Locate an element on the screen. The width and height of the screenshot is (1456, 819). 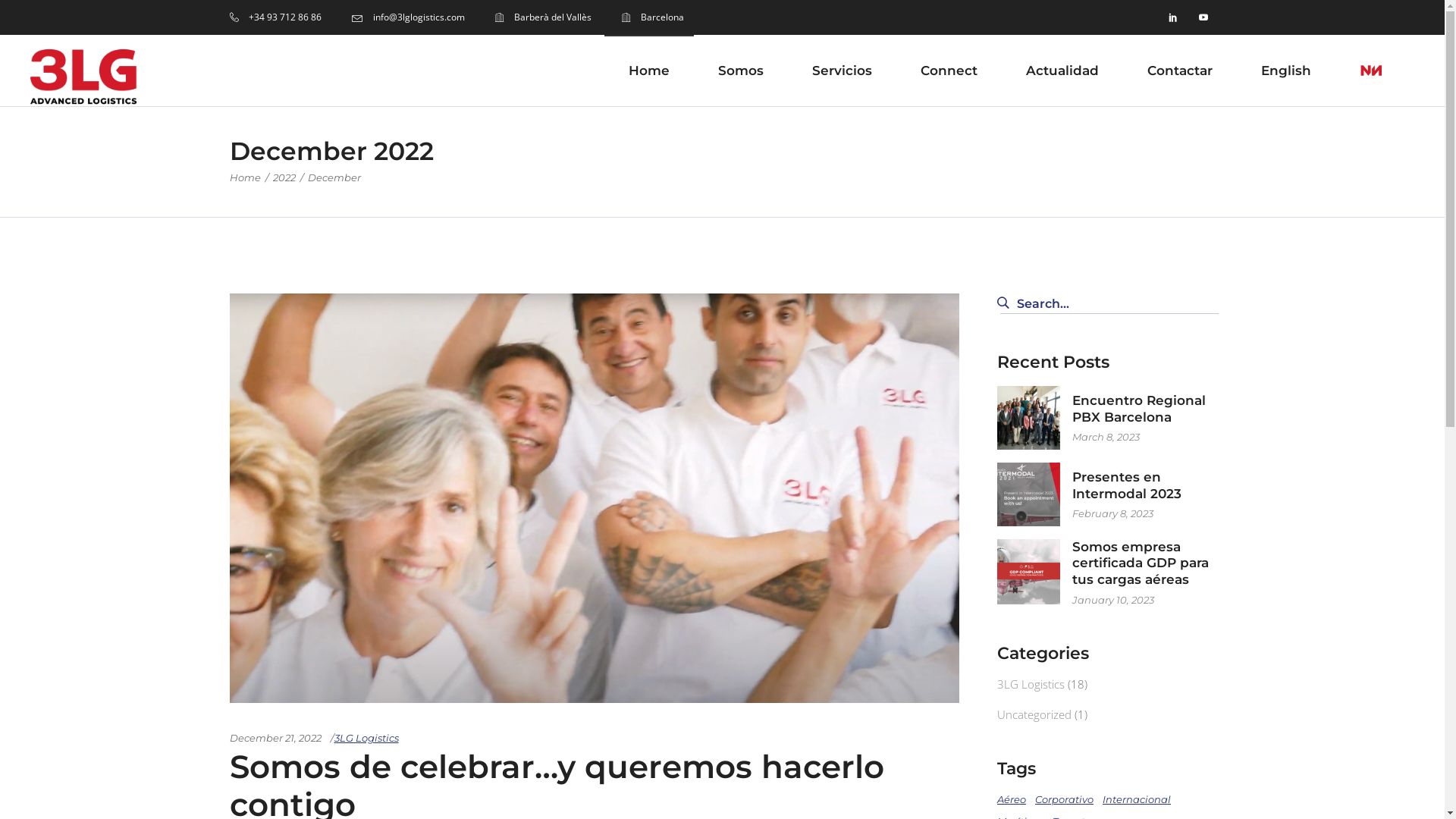
'Corporativo' is located at coordinates (1034, 799).